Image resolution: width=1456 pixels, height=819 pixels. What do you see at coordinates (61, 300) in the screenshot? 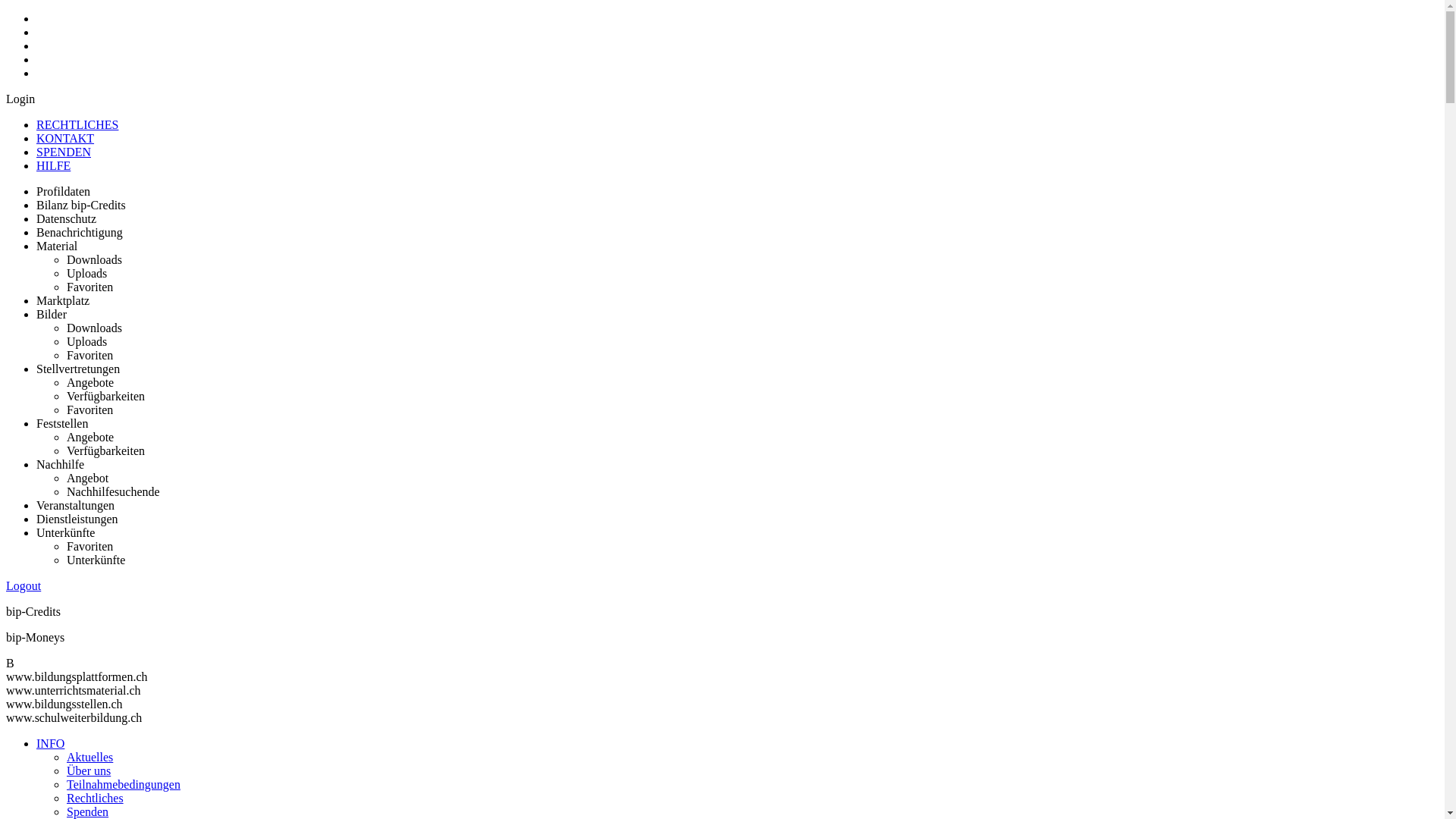
I see `'Marktplatz'` at bounding box center [61, 300].